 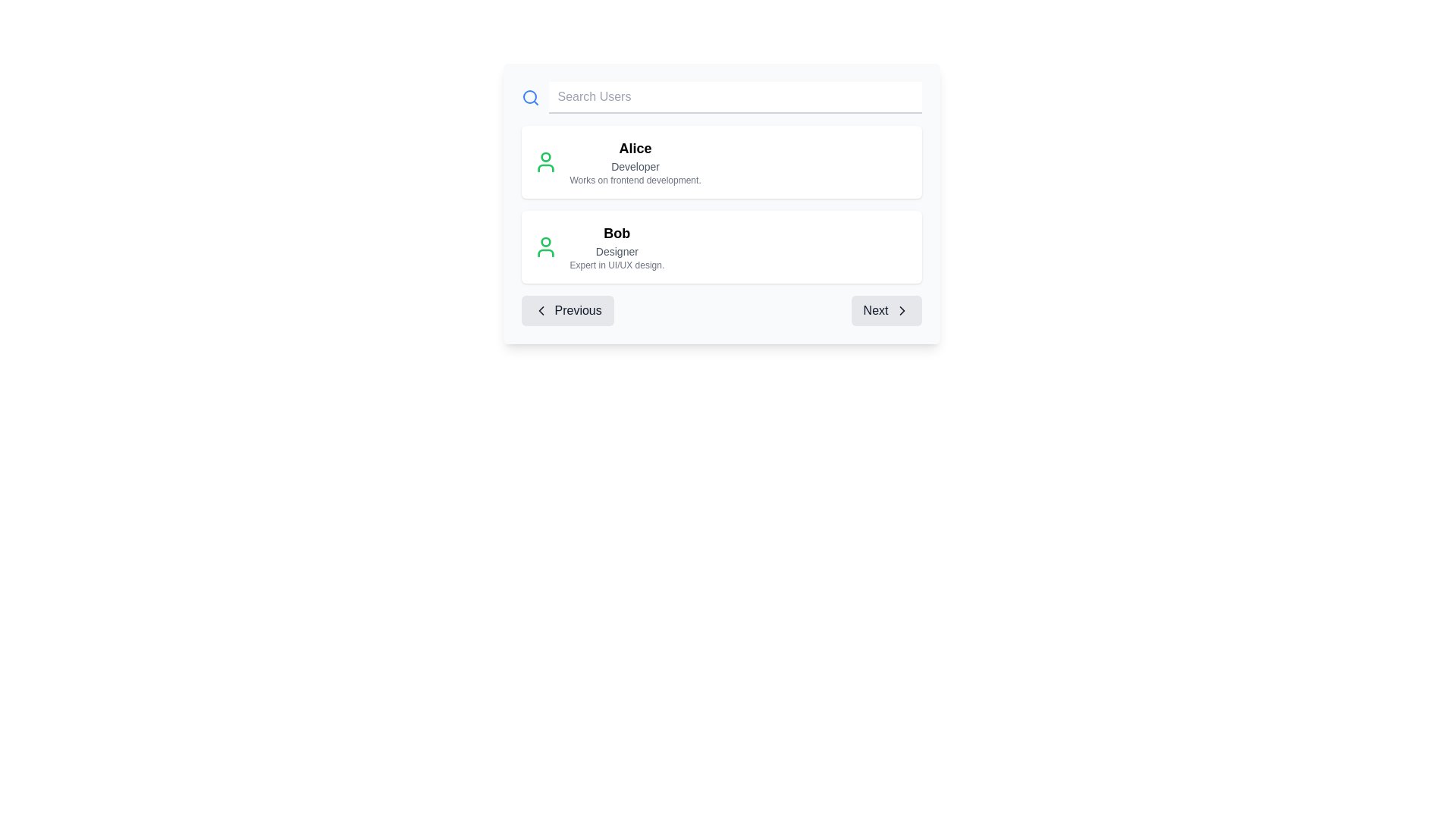 I want to click on the chevron icon located within the 'Next' button on the right side of the interface, so click(x=902, y=309).